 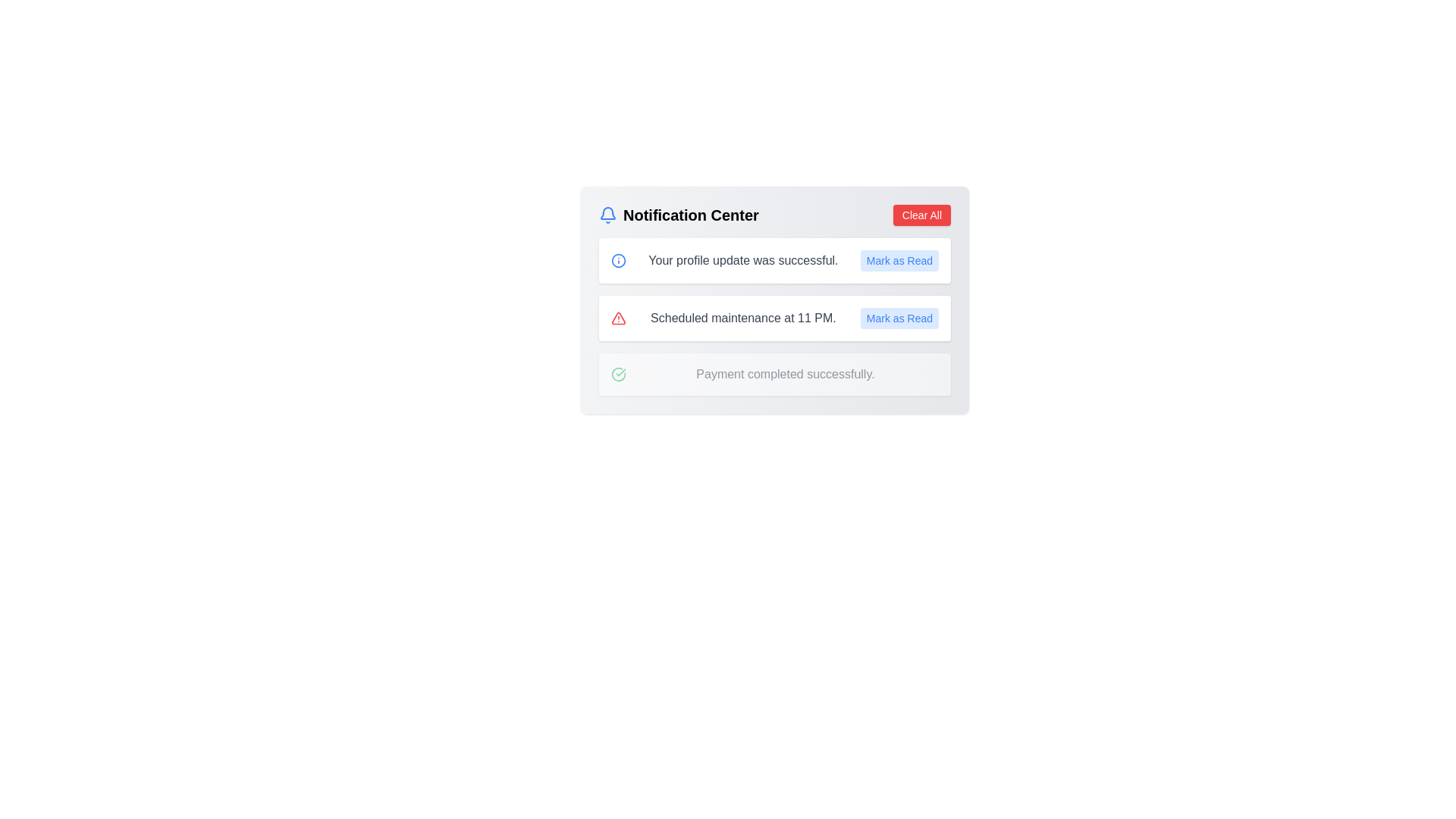 What do you see at coordinates (619, 259) in the screenshot?
I see `the informational icon located at the left edge of the notification stating 'Your profile update was successful.'` at bounding box center [619, 259].